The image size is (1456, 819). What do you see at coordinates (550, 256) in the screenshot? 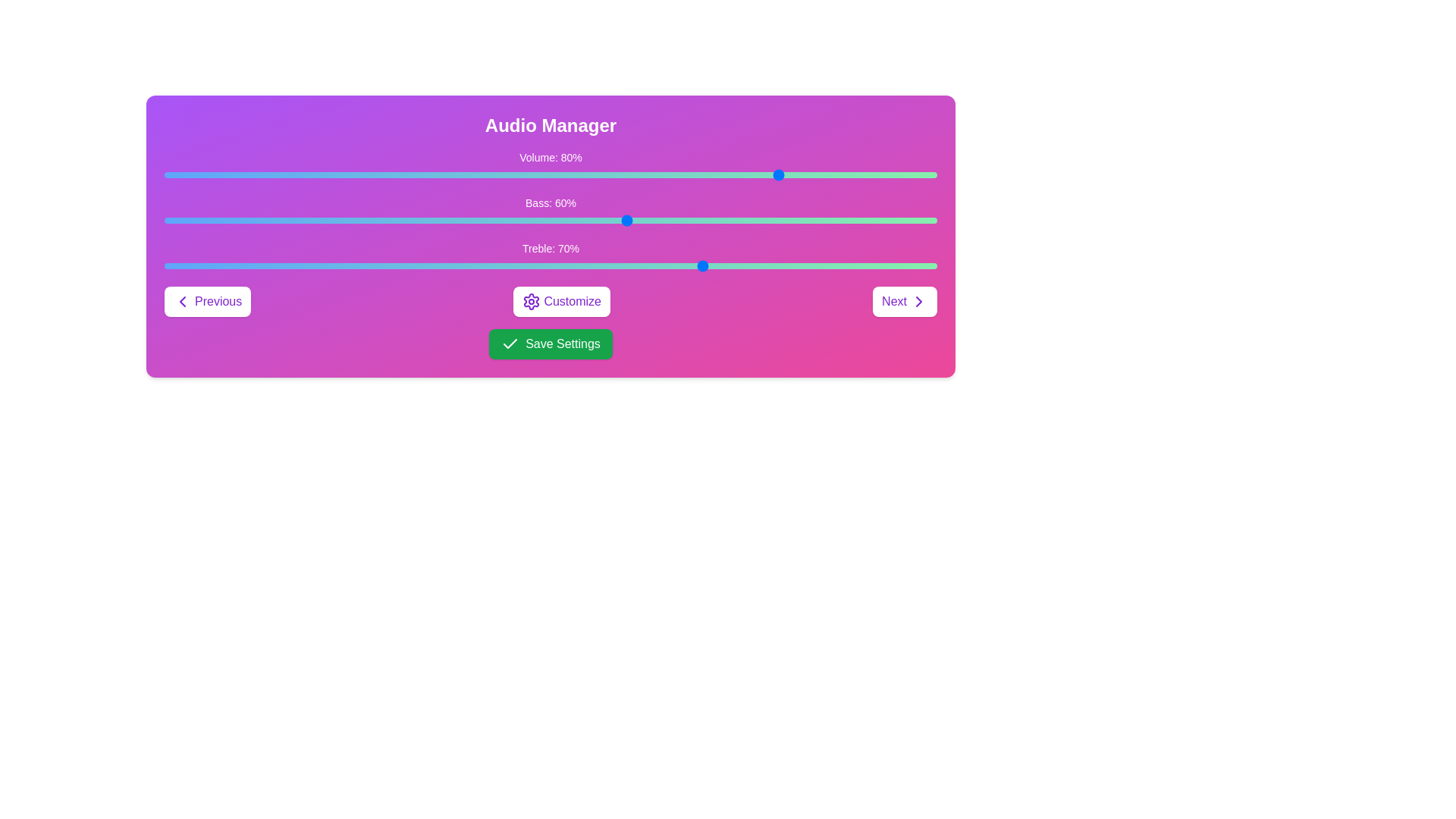
I see `the treble slider control, which is the third slider positioned below the 'Bass: 60%' slider` at bounding box center [550, 256].